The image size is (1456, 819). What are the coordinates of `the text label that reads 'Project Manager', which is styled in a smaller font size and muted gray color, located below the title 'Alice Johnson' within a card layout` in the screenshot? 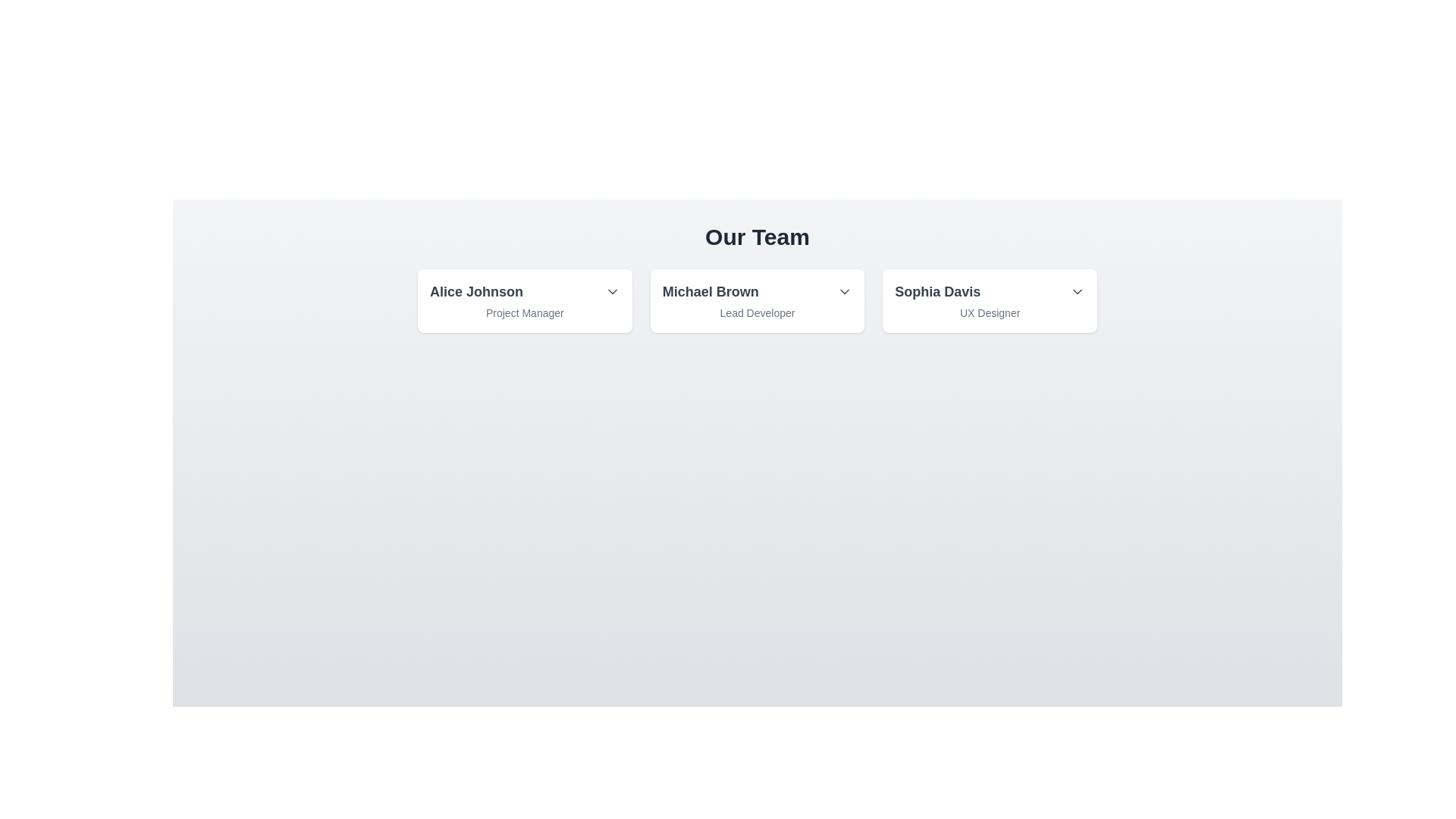 It's located at (525, 312).